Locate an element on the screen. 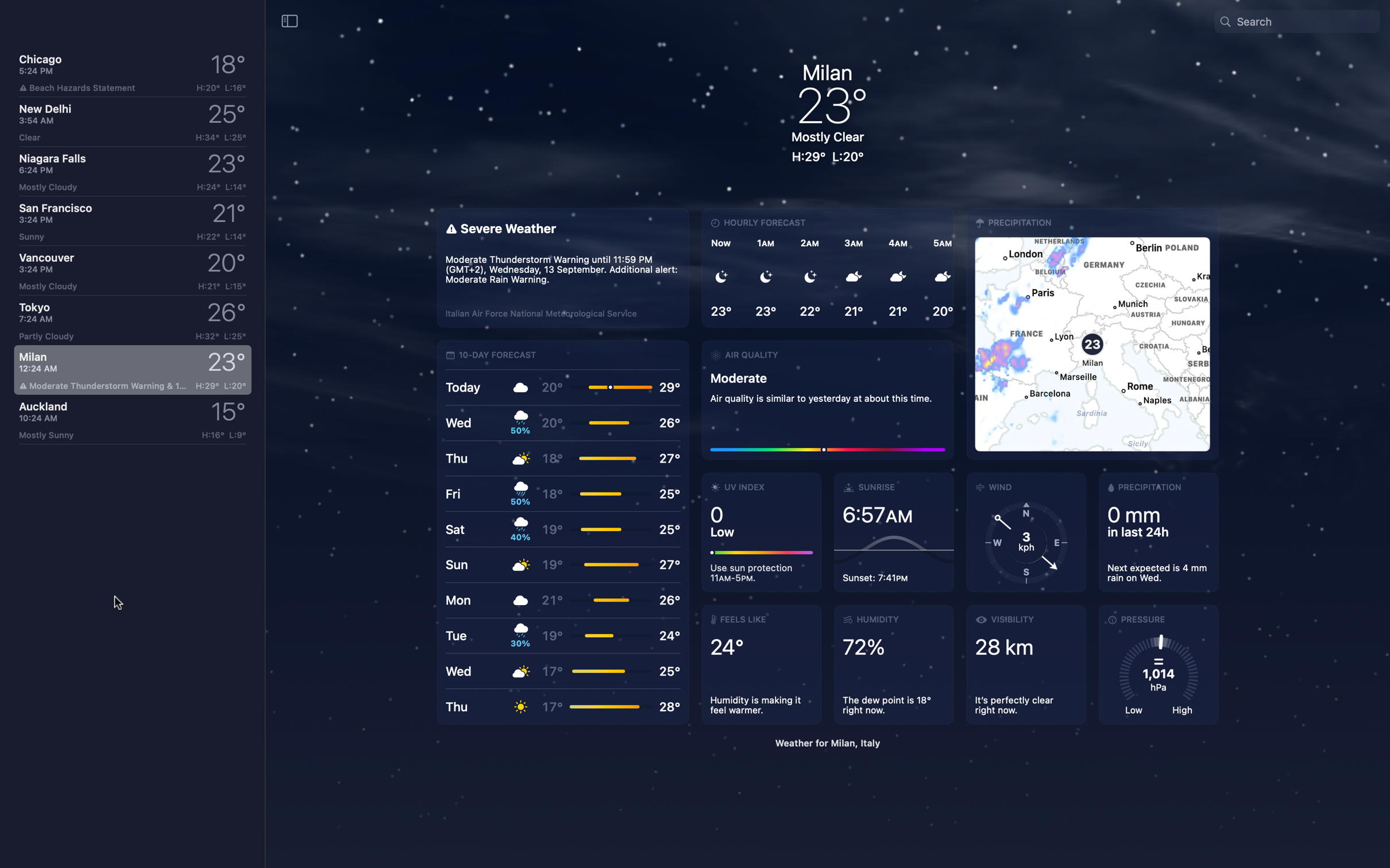 This screenshot has width=1390, height=868. Conceal temperature data of other cities is located at coordinates (289, 20).